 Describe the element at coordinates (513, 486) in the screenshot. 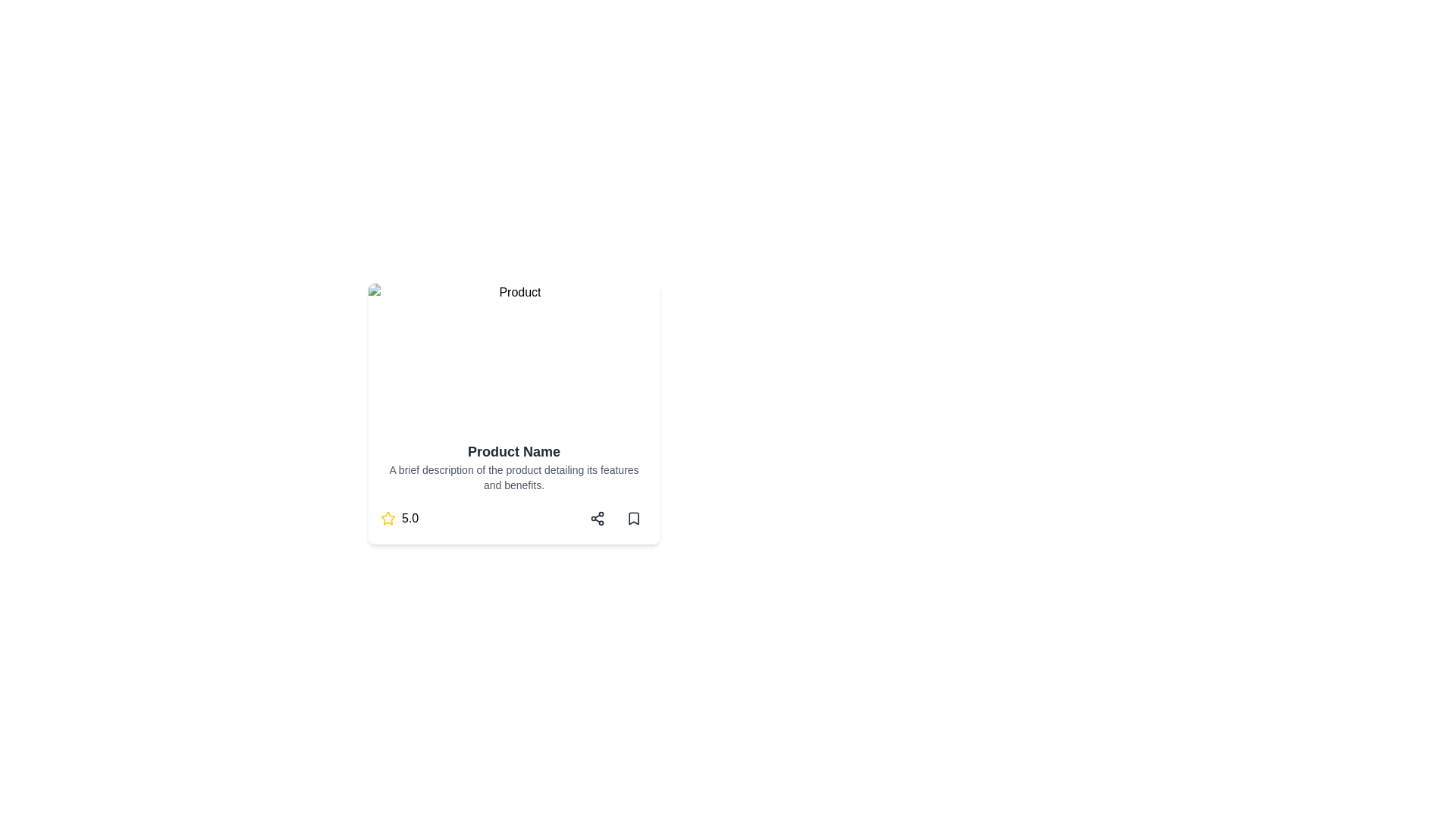

I see `textual description box titled 'Product Name', located at the bottom area of the product card layout, below the image section and above the sharing icons` at that location.